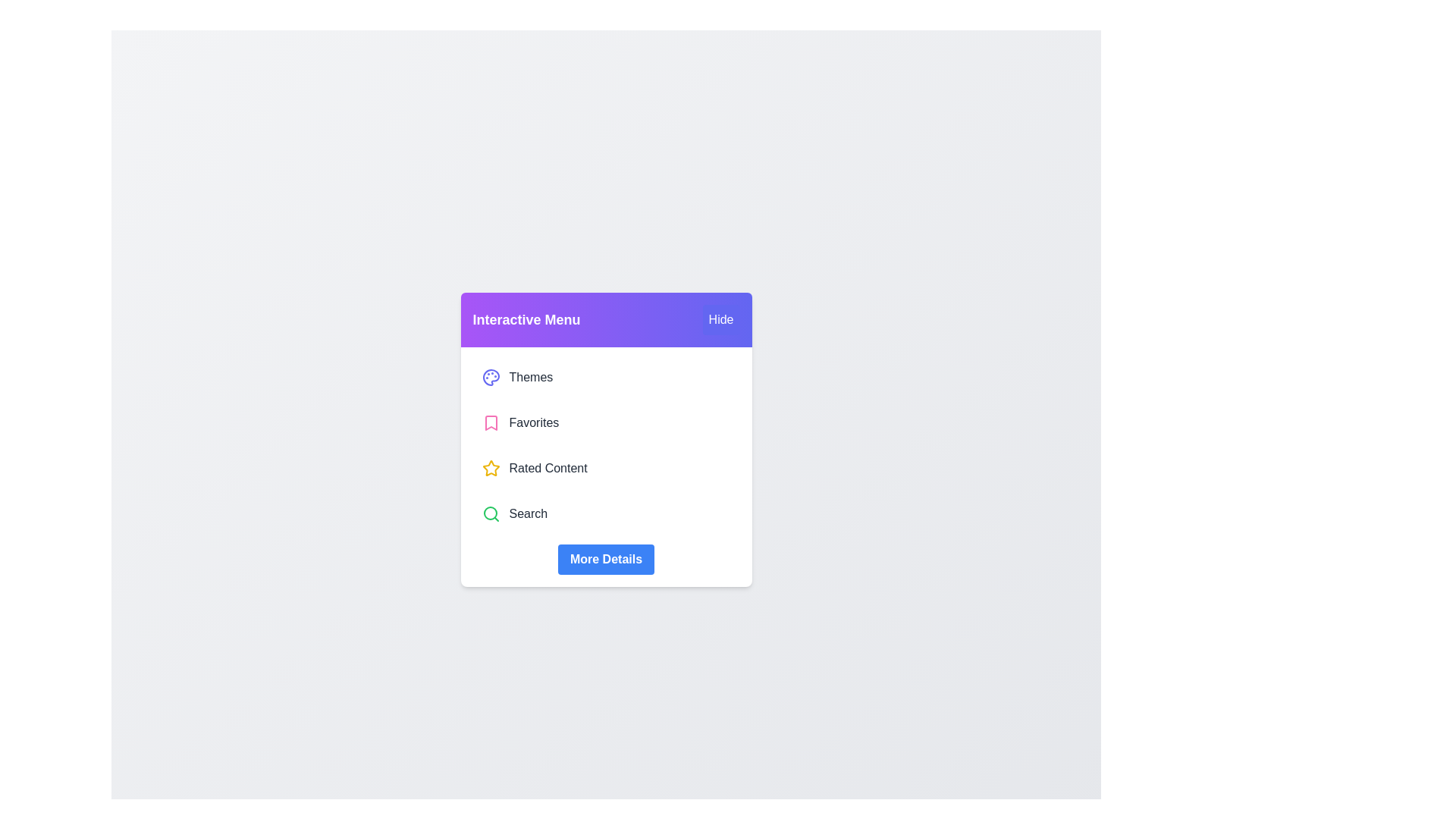 The height and width of the screenshot is (819, 1456). What do you see at coordinates (605, 376) in the screenshot?
I see `the menu item labeled Themes` at bounding box center [605, 376].